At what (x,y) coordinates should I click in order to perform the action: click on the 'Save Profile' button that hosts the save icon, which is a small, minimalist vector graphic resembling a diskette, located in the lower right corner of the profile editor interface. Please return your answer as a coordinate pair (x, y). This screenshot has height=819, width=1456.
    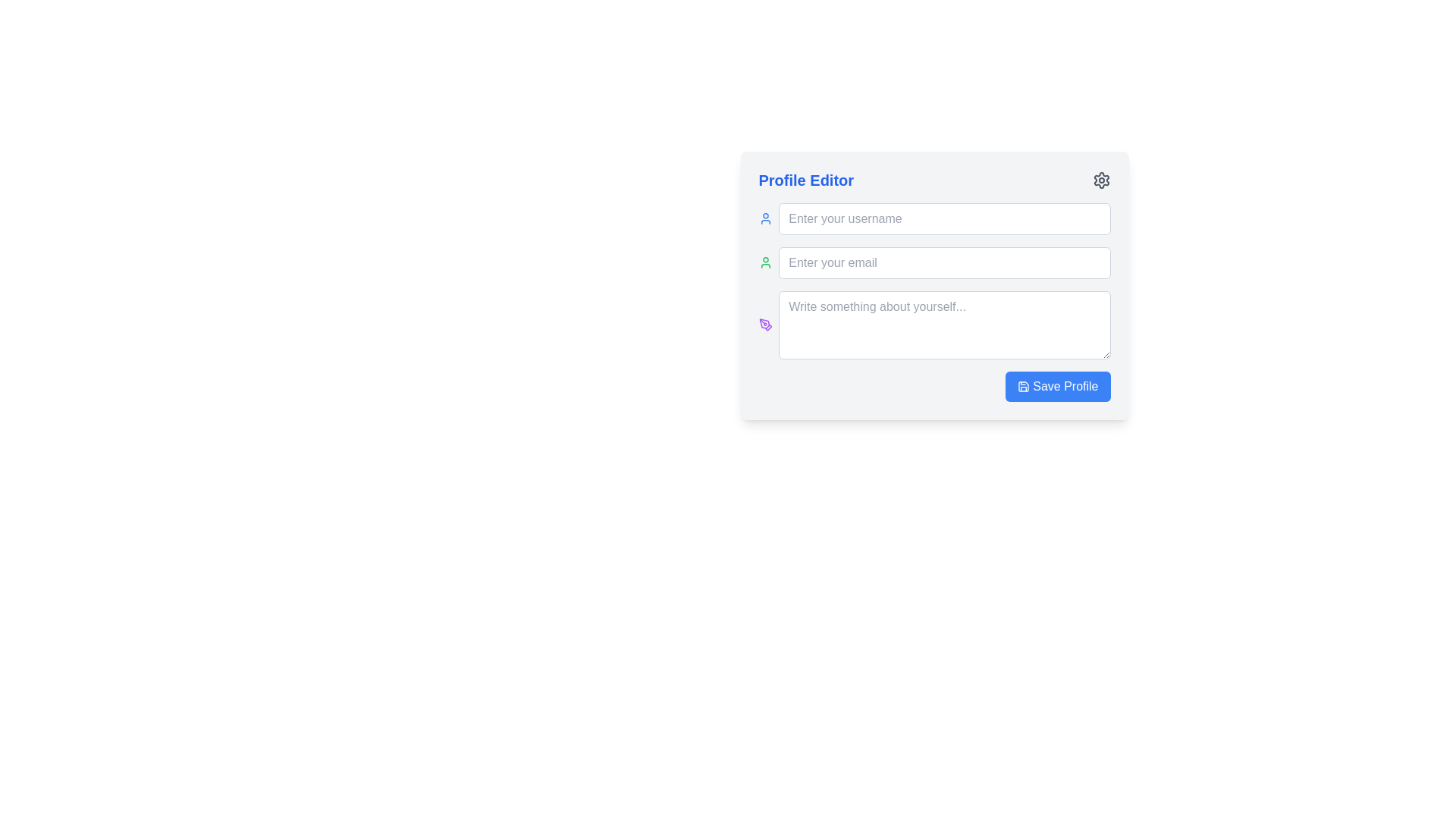
    Looking at the image, I should click on (1024, 385).